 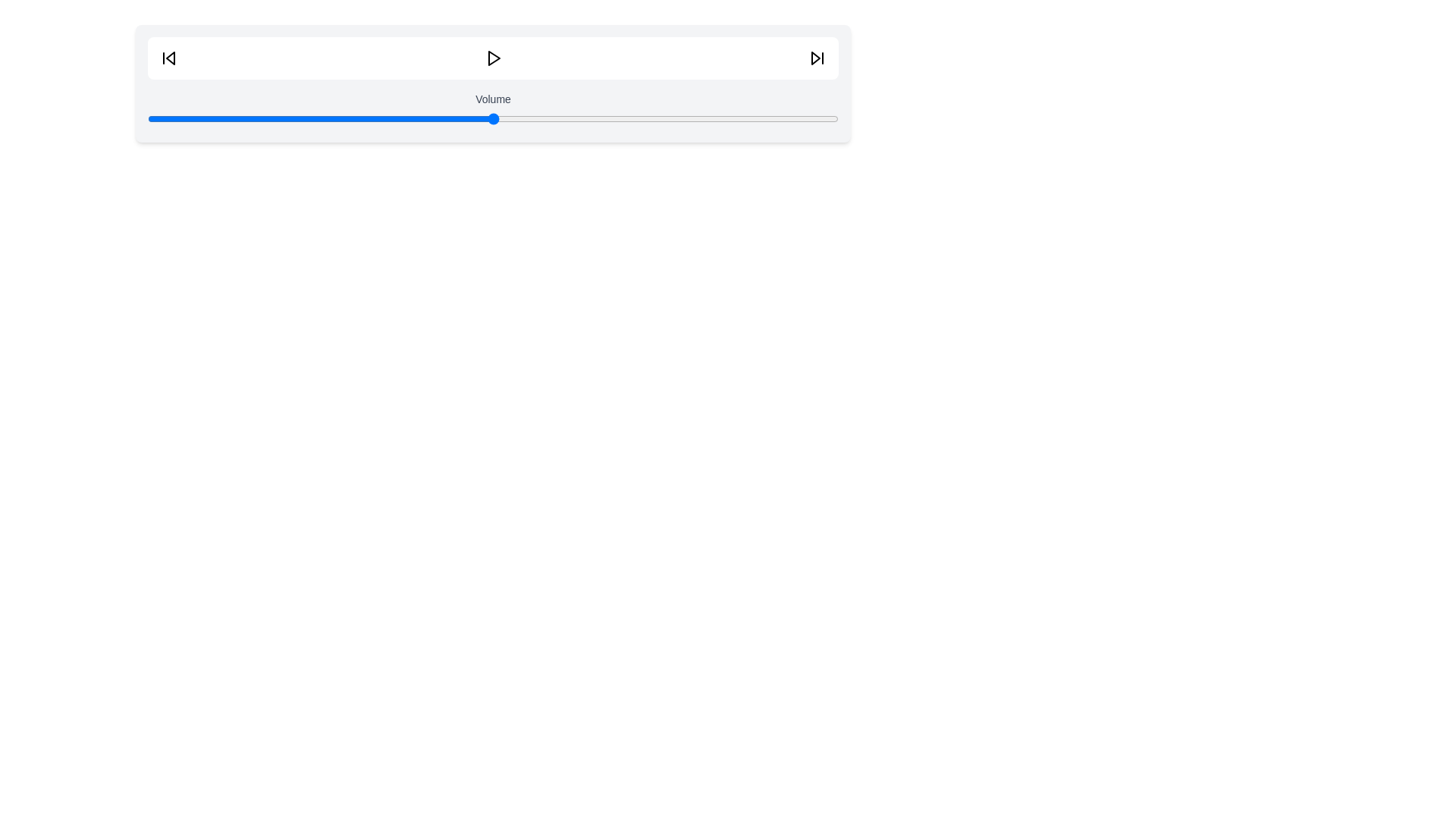 I want to click on the volume level, so click(x=755, y=118).